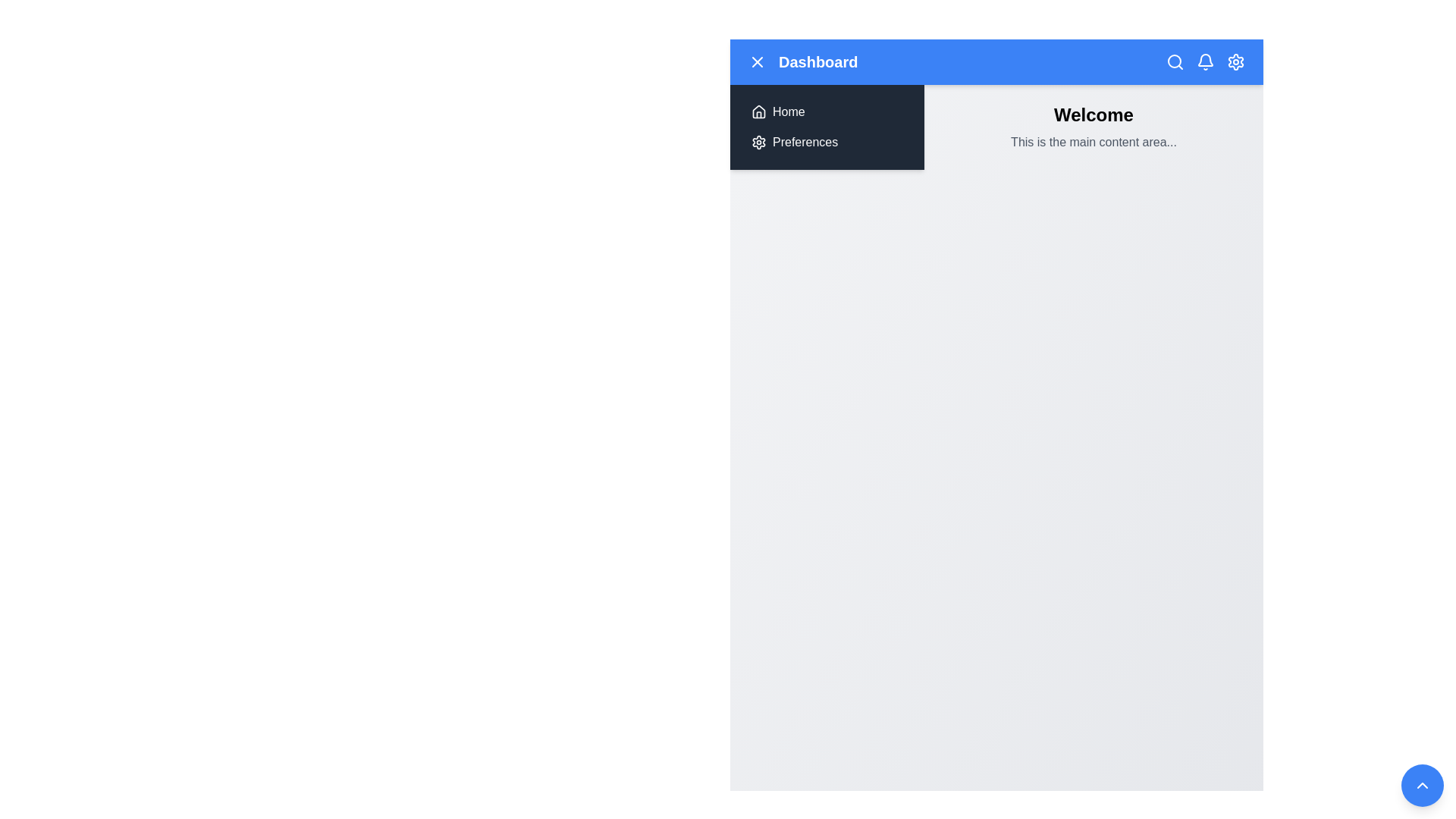 The image size is (1456, 819). I want to click on the house icon, which is styled with a minimalist line design and positioned to the left of the 'Home' text in the vertical menu under the 'Dashboard' header, so click(759, 111).